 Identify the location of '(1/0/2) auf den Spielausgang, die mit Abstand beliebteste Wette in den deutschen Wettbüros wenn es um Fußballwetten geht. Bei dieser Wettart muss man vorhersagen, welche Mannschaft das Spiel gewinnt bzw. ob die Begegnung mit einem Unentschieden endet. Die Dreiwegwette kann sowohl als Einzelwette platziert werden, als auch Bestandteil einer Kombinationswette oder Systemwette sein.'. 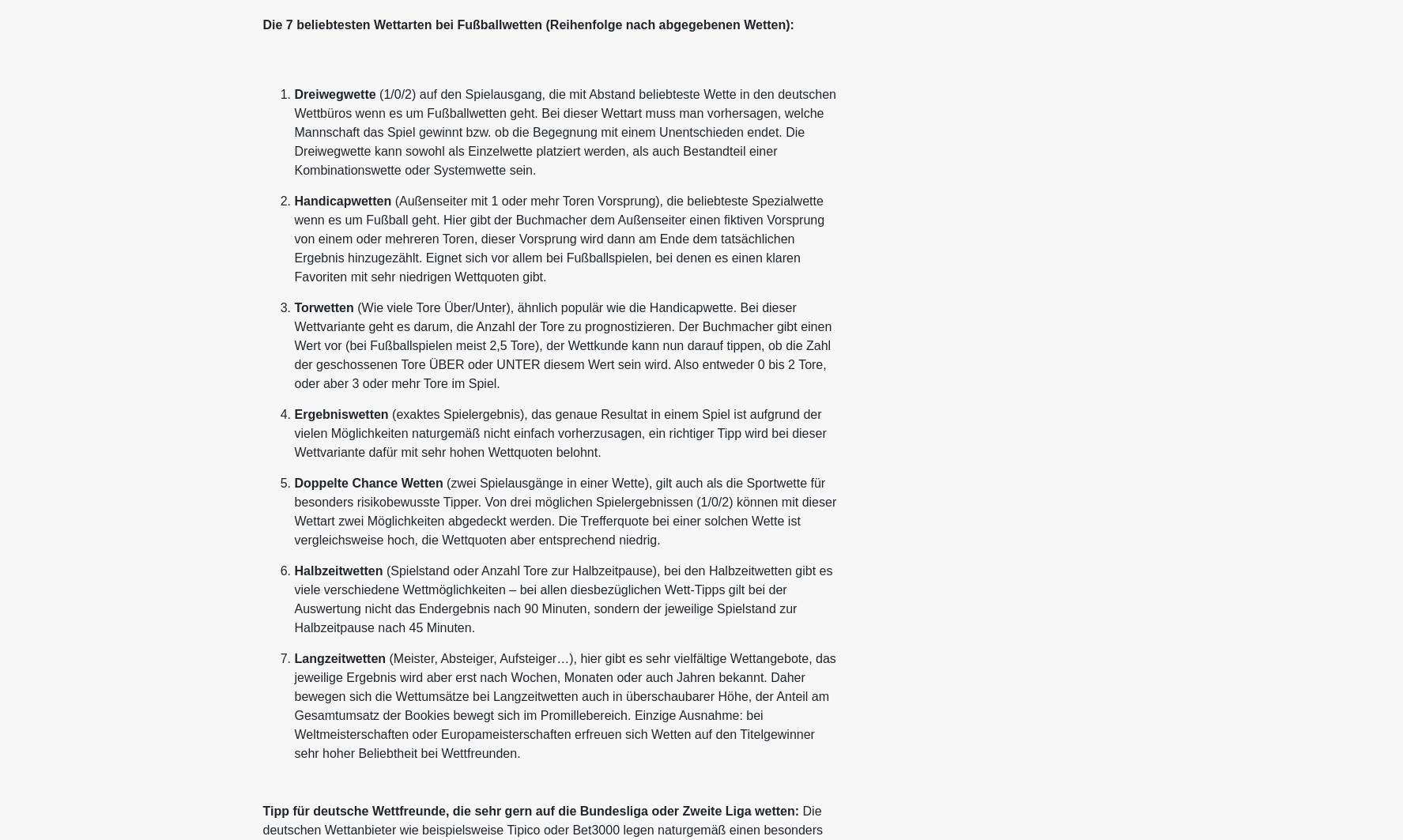
(564, 132).